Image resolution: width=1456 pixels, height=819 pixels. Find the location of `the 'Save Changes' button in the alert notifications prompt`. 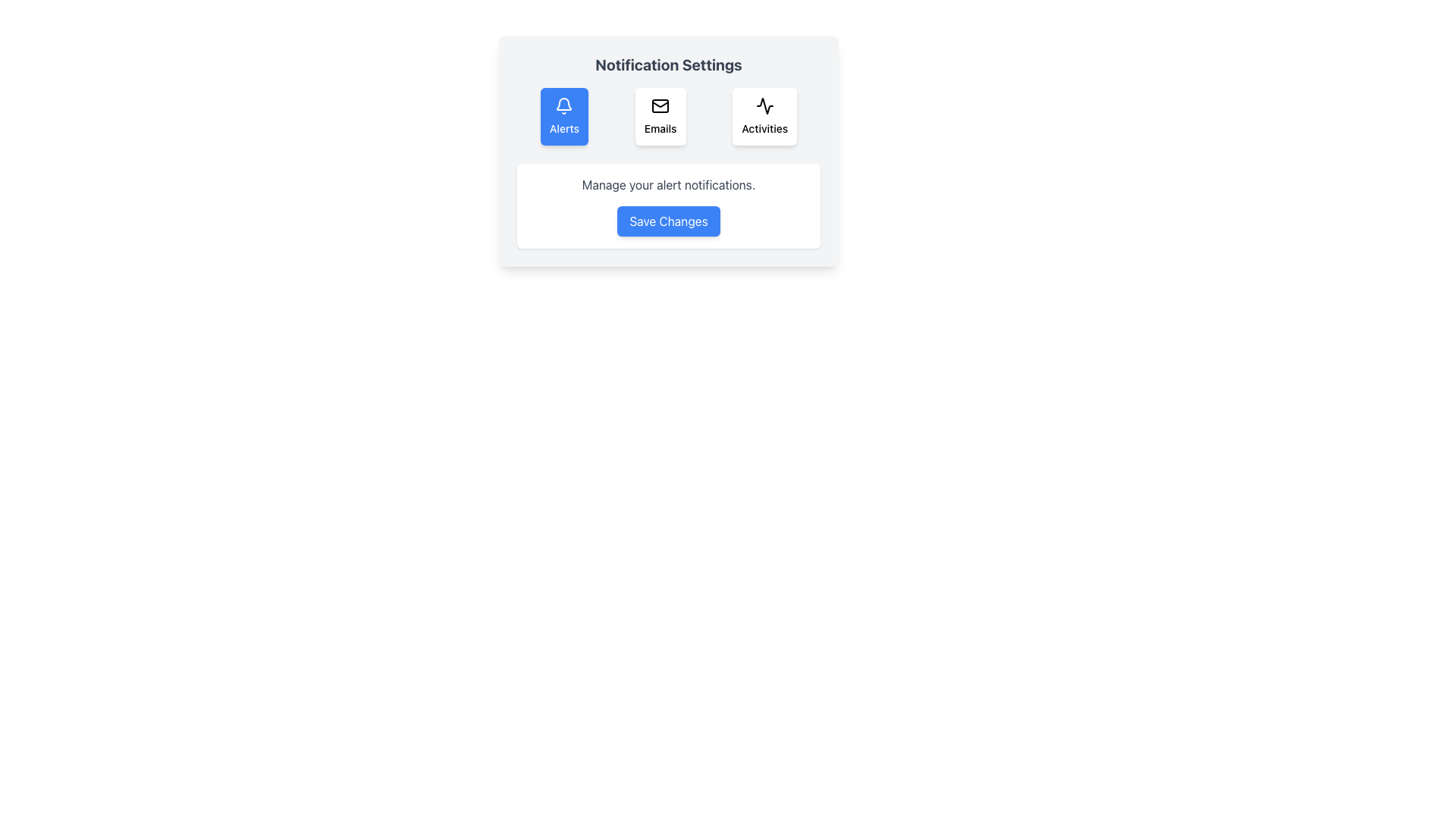

the 'Save Changes' button in the alert notifications prompt is located at coordinates (668, 206).